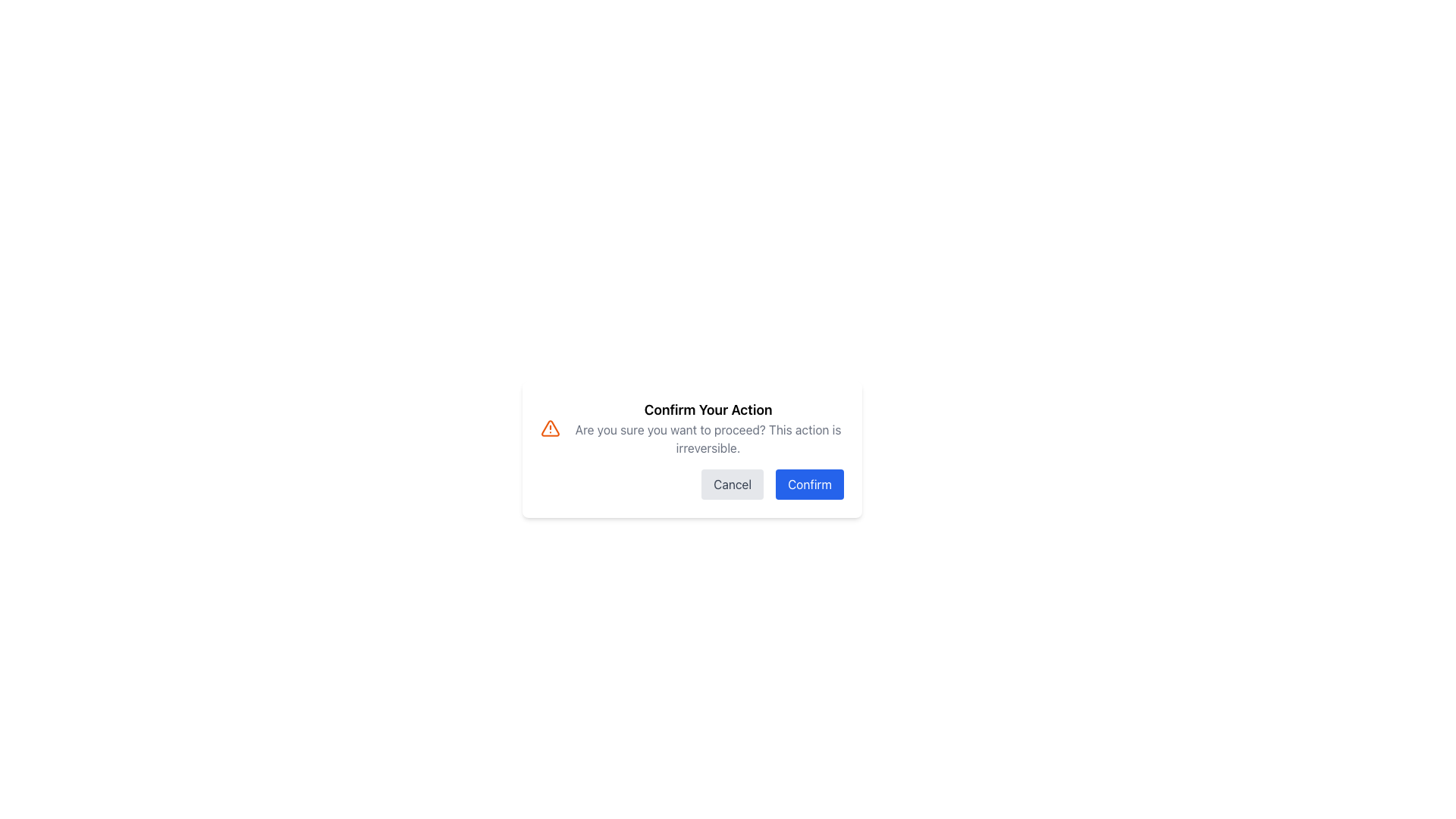 This screenshot has width=1456, height=819. I want to click on the 'Cancel' button located in the bottom section of the confirmation dialog, which is the first button on the right-aligned button group, so click(733, 485).